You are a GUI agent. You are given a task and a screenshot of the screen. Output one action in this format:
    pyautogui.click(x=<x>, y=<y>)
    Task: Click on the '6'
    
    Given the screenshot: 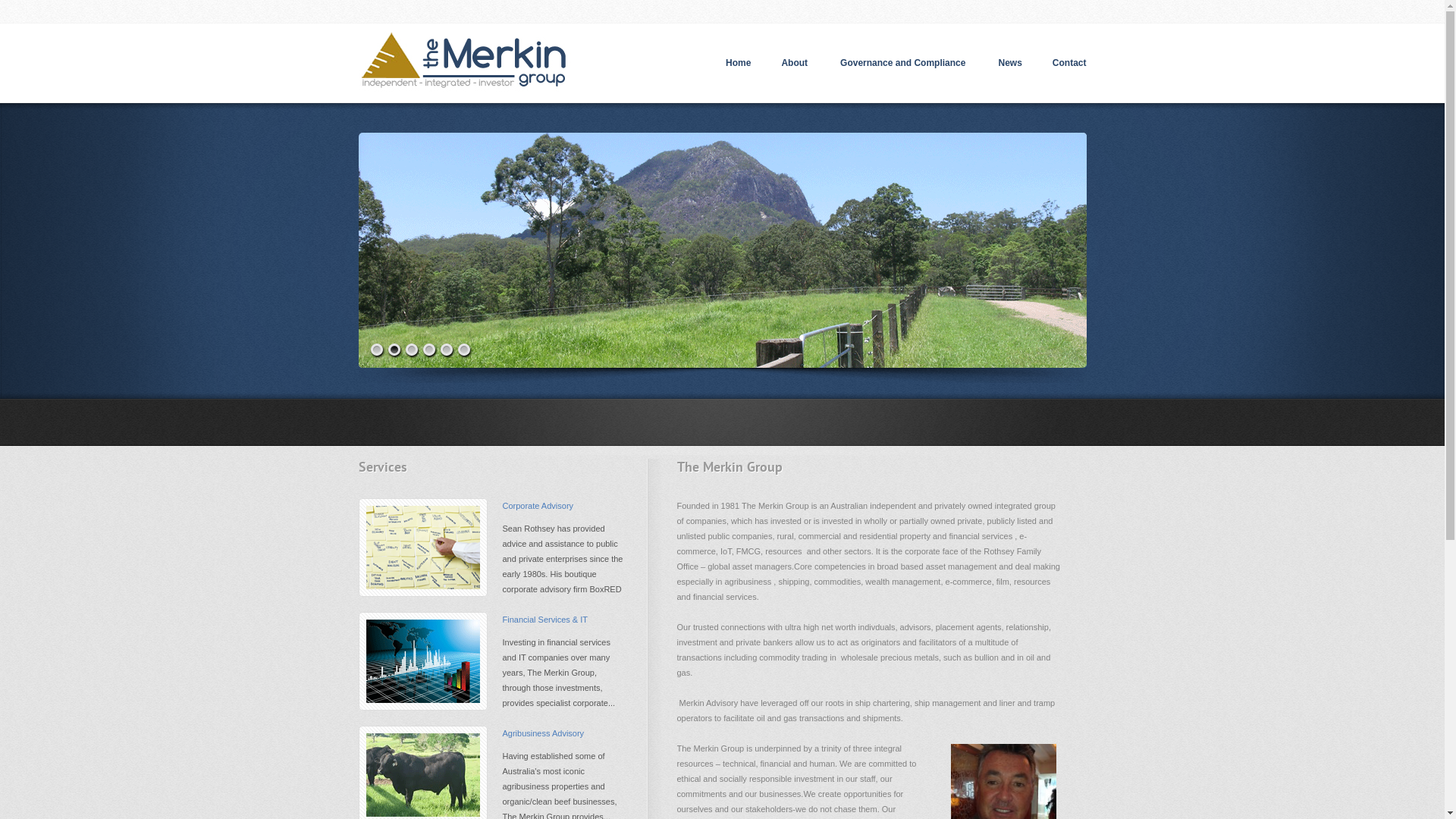 What is the action you would take?
    pyautogui.click(x=463, y=351)
    